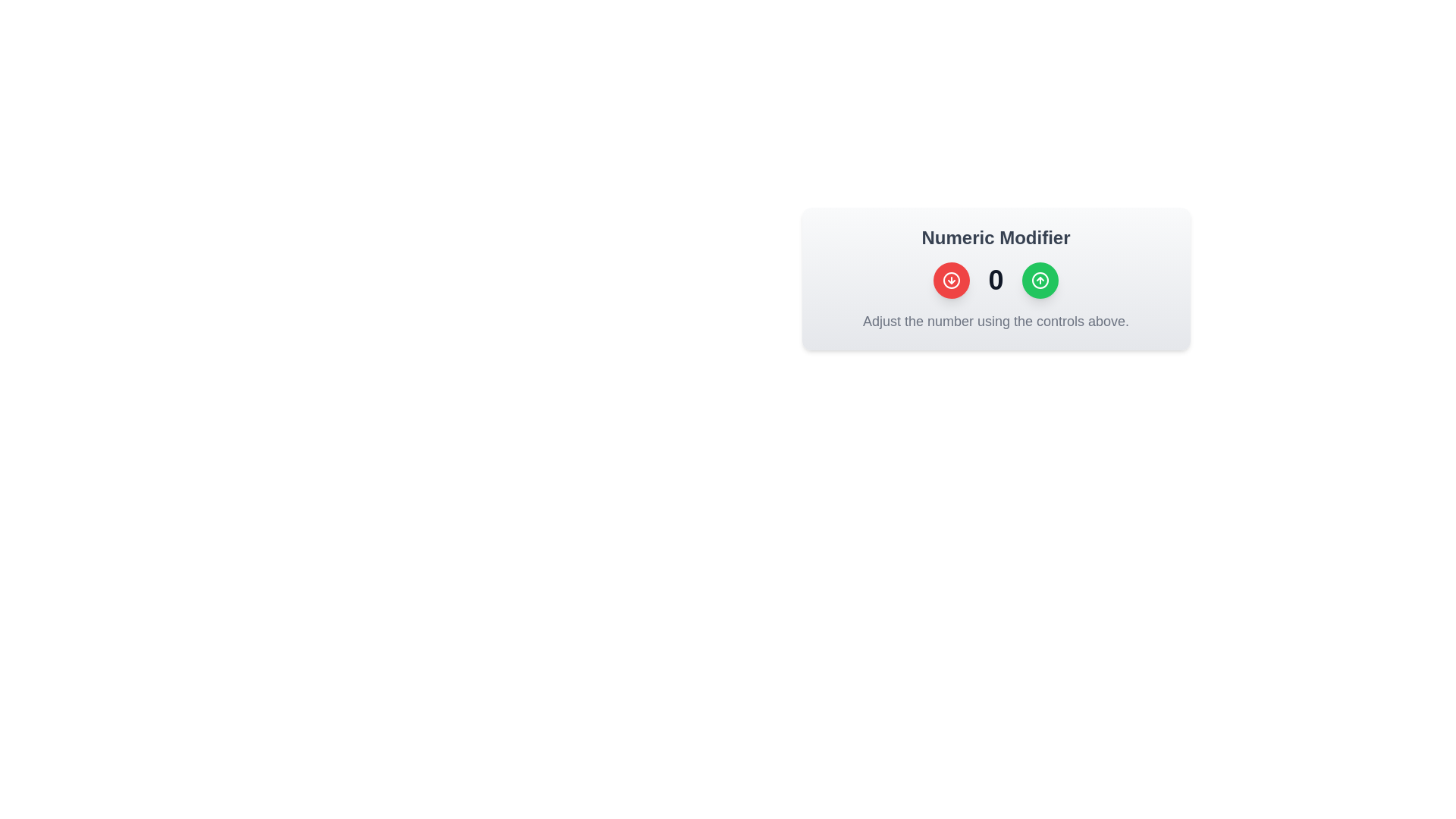  What do you see at coordinates (951, 281) in the screenshot?
I see `the circular red button with a downward arrow inside it, located` at bounding box center [951, 281].